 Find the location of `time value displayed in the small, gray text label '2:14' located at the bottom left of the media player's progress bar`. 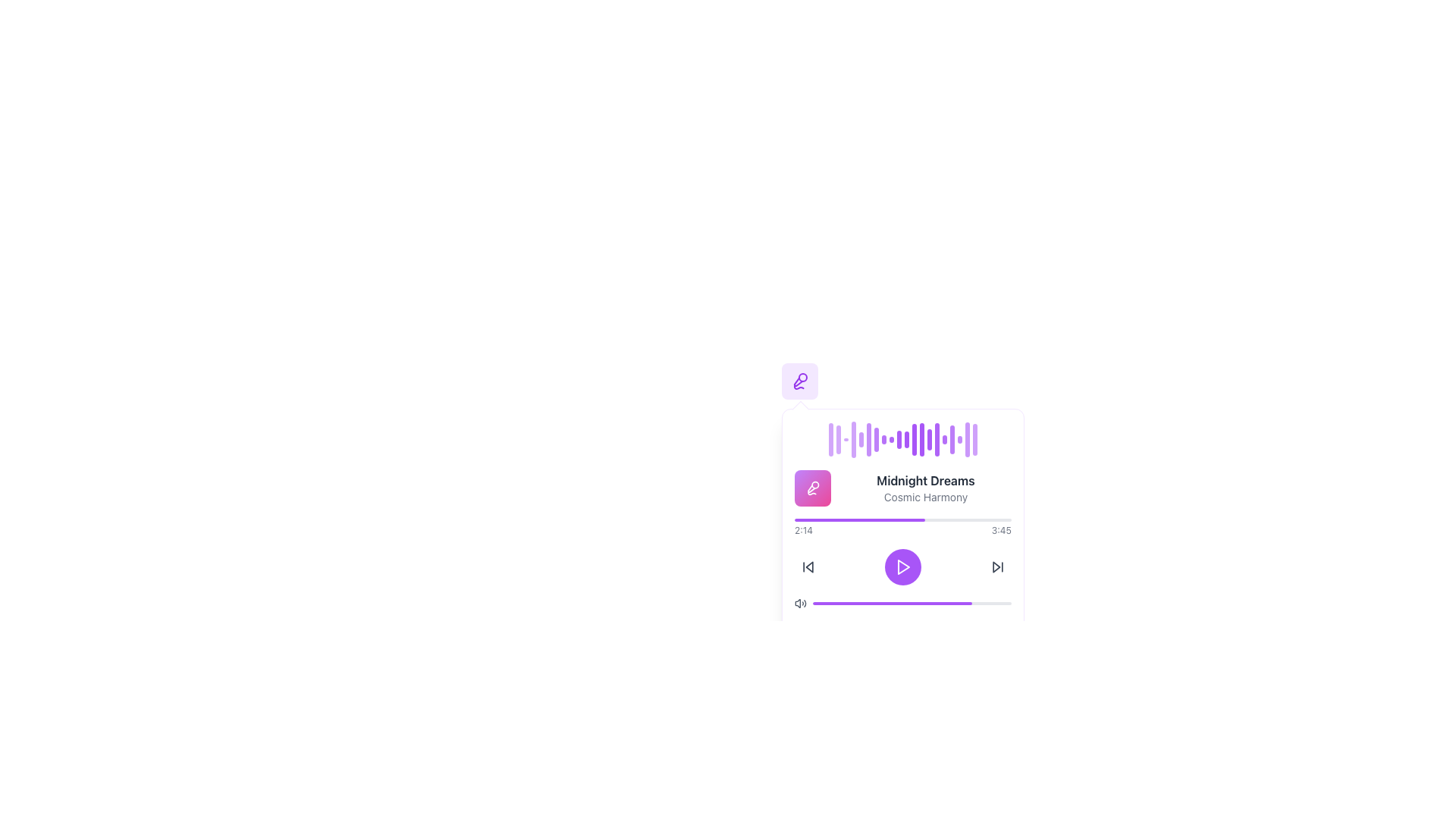

time value displayed in the small, gray text label '2:14' located at the bottom left of the media player's progress bar is located at coordinates (803, 529).